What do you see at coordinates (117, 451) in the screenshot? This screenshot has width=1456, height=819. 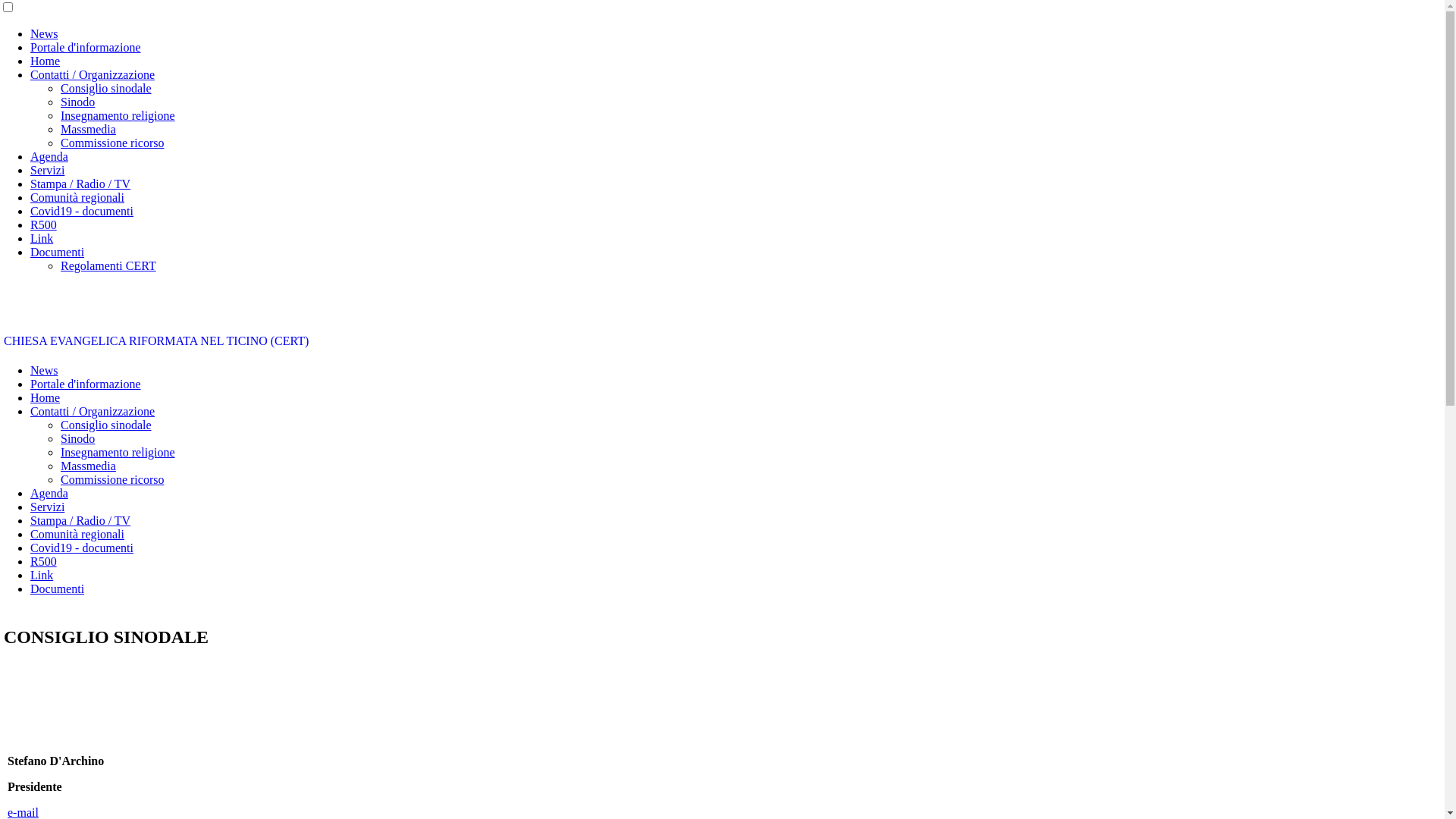 I see `'Insegnamento religione'` at bounding box center [117, 451].